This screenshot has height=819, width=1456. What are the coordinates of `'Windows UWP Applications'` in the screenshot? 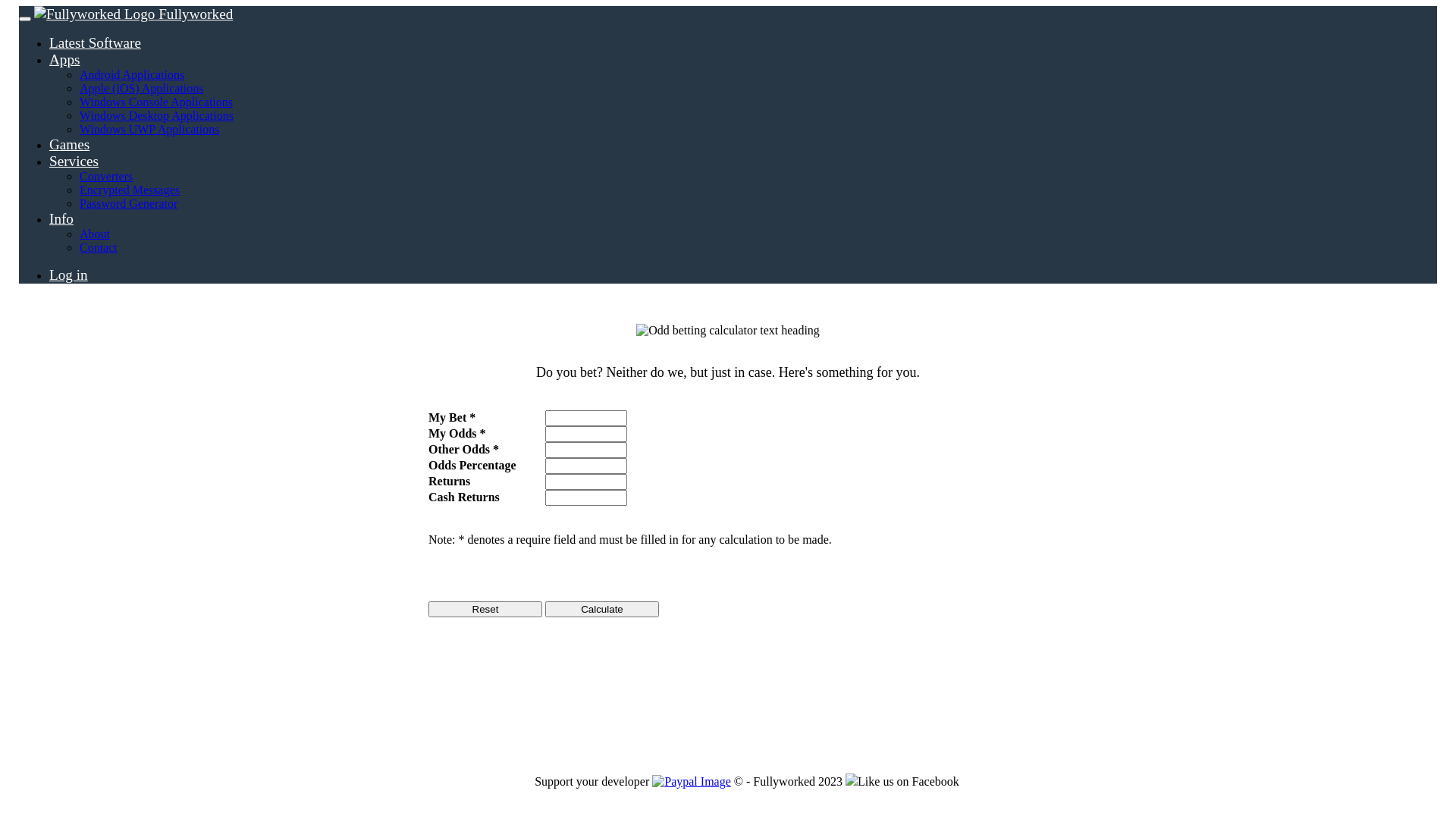 It's located at (149, 128).